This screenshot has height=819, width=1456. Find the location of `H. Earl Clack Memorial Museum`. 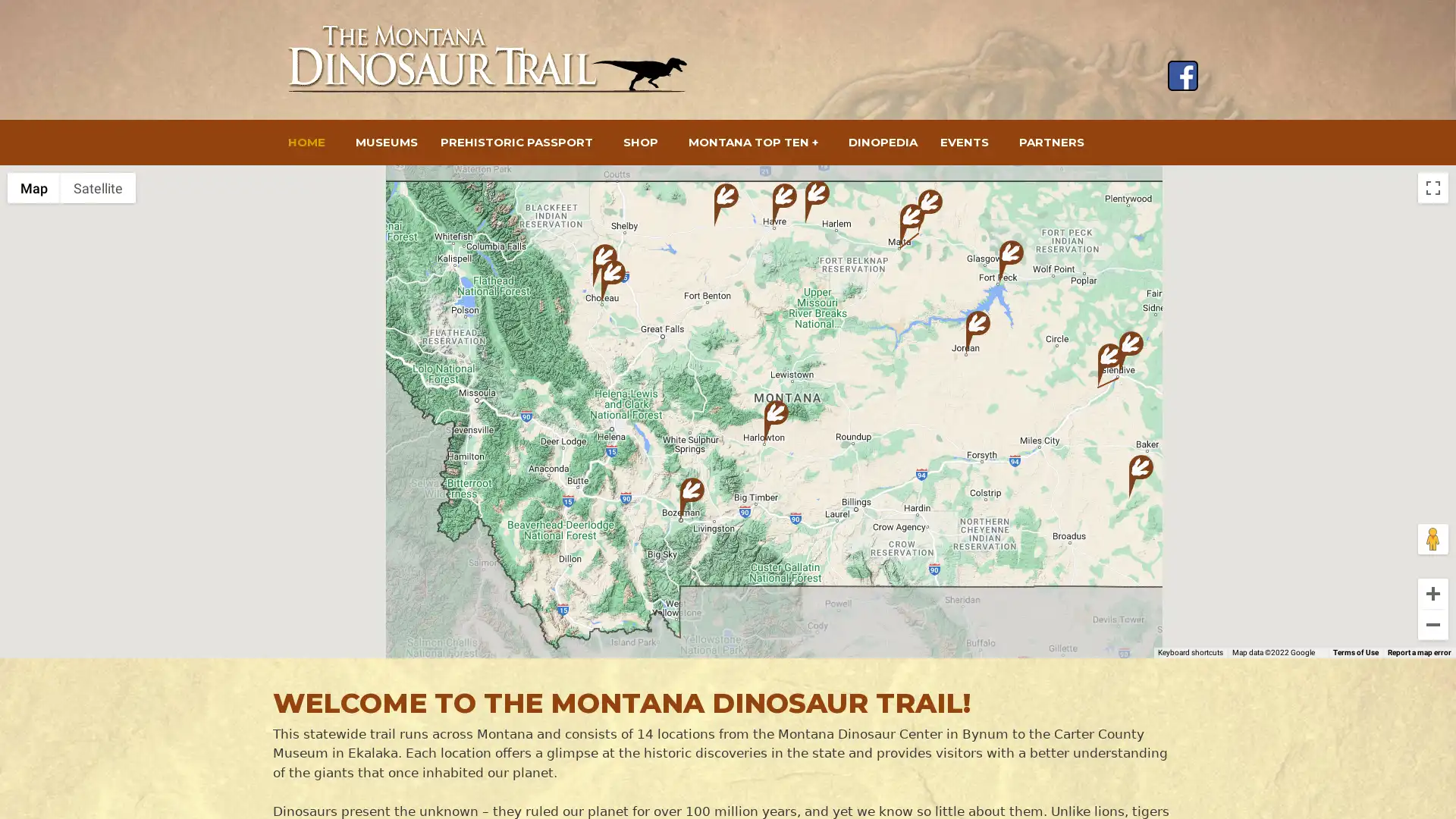

H. Earl Clack Memorial Museum is located at coordinates (785, 205).